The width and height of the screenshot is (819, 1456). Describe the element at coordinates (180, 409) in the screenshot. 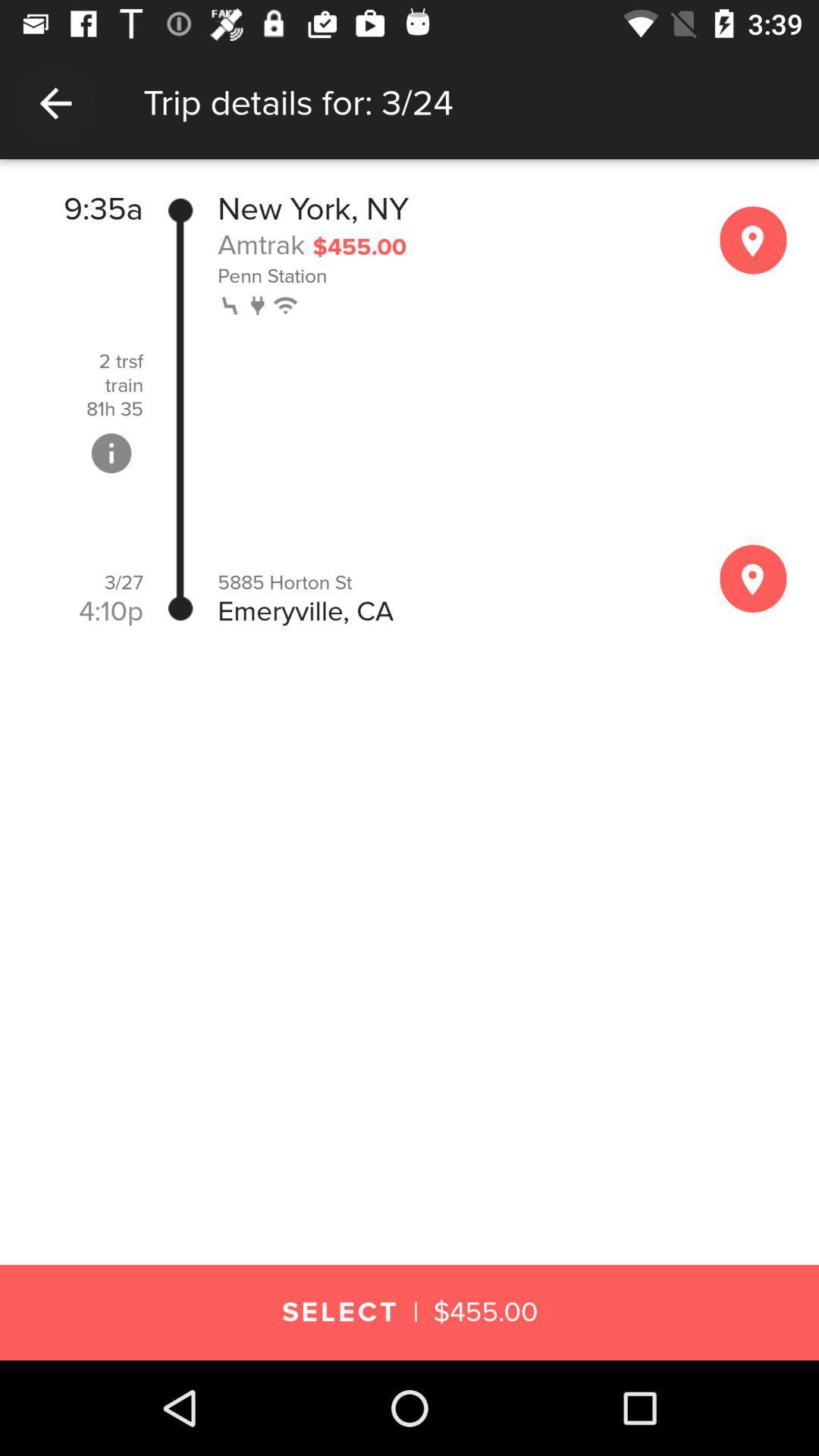

I see `icon to the right of the 9:35a icon` at that location.